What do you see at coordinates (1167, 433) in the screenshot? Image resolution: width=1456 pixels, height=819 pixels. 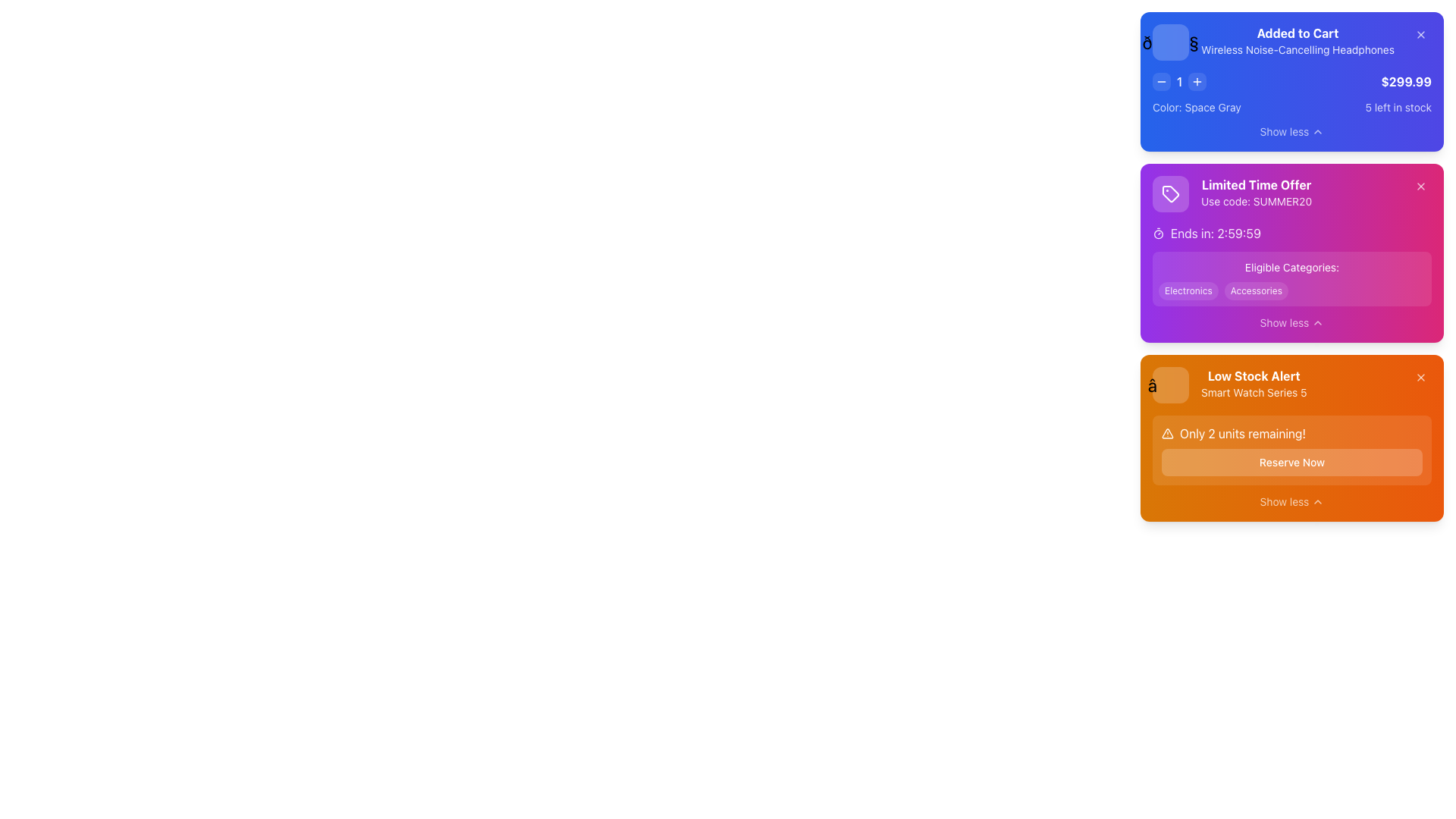 I see `the orange triangular warning icon located within the 'Low Stock Alert' notification card, positioned to the left of the text 'Only 2 units remaining!'` at bounding box center [1167, 433].